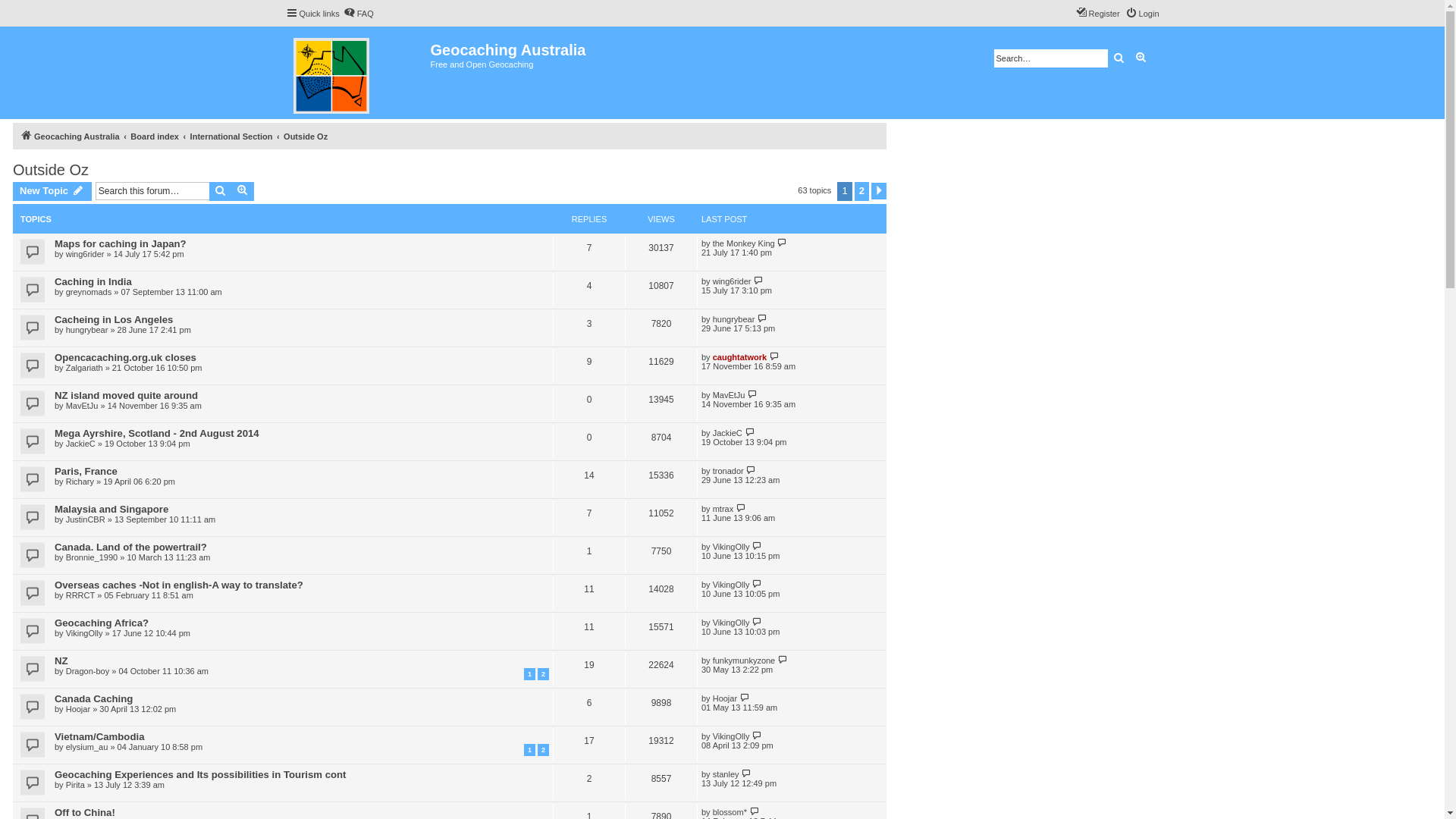 This screenshot has width=1456, height=819. What do you see at coordinates (538, 673) in the screenshot?
I see `'2'` at bounding box center [538, 673].